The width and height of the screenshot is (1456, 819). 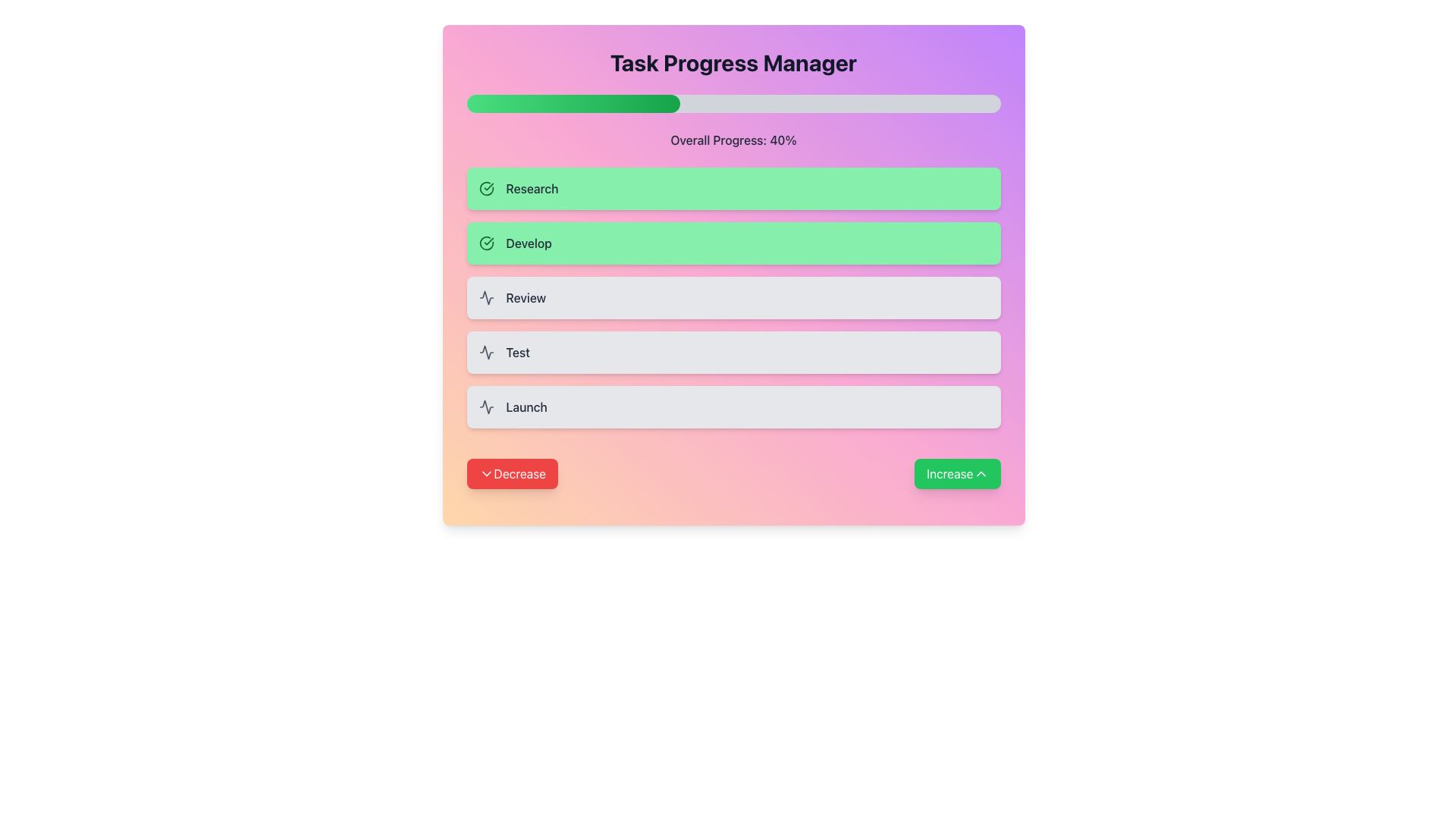 I want to click on the 'Test' icon located in the fourth row of the task list interface, which visually represents the test step, so click(x=486, y=353).